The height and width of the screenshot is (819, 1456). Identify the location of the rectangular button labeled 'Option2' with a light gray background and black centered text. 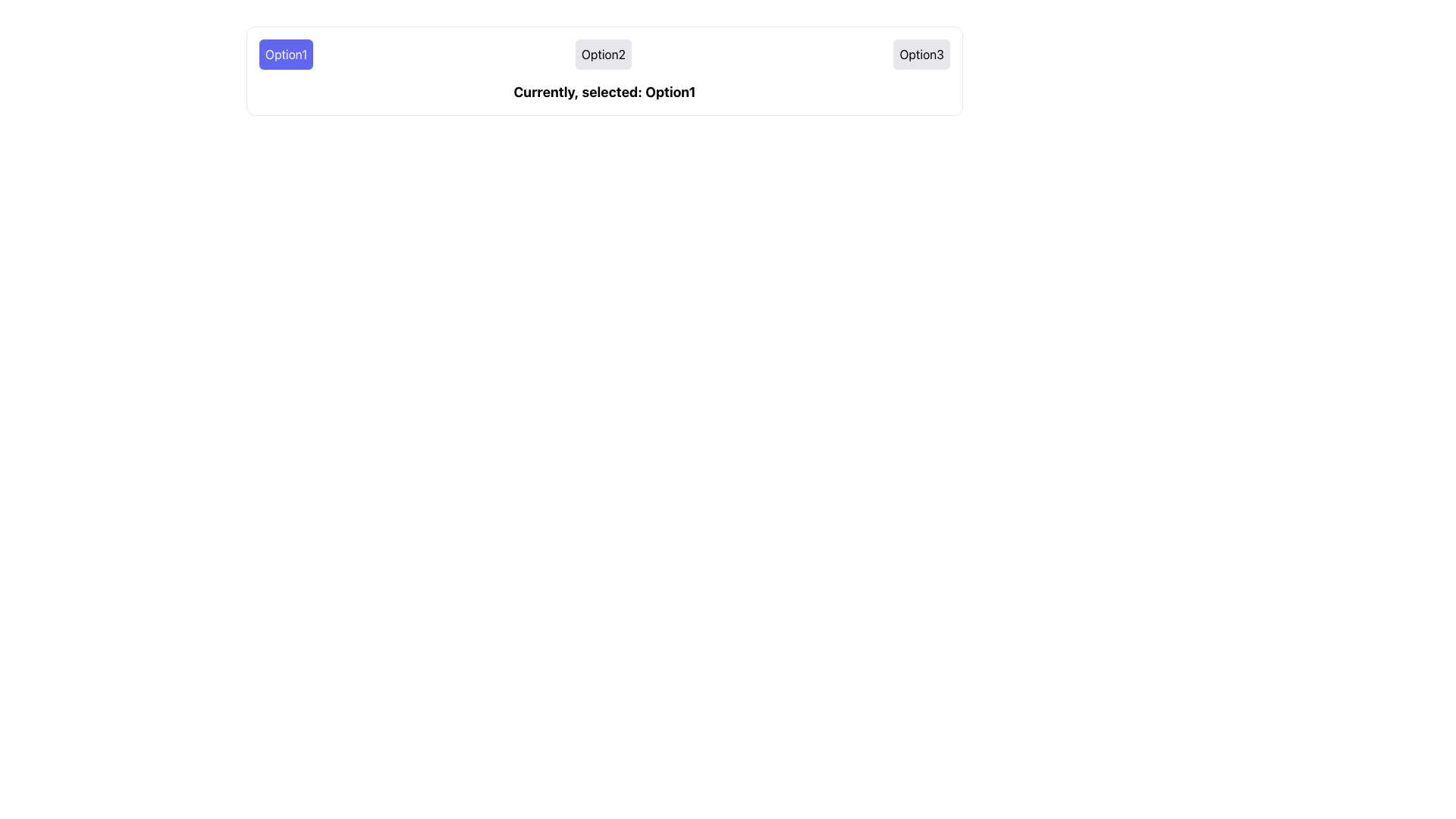
(602, 54).